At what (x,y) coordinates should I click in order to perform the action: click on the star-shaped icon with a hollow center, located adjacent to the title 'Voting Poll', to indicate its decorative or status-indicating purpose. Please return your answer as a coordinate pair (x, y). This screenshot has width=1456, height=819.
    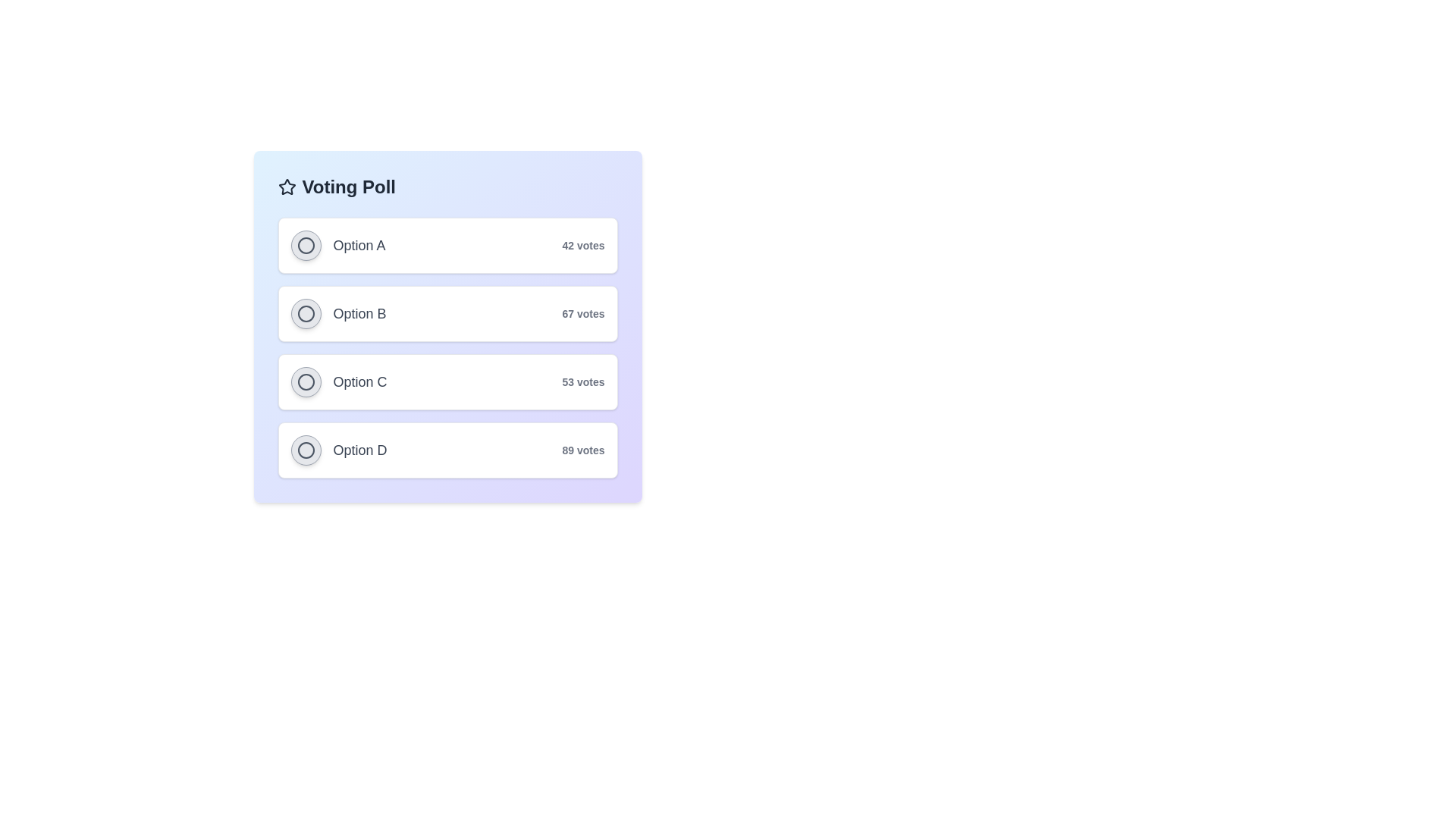
    Looking at the image, I should click on (287, 186).